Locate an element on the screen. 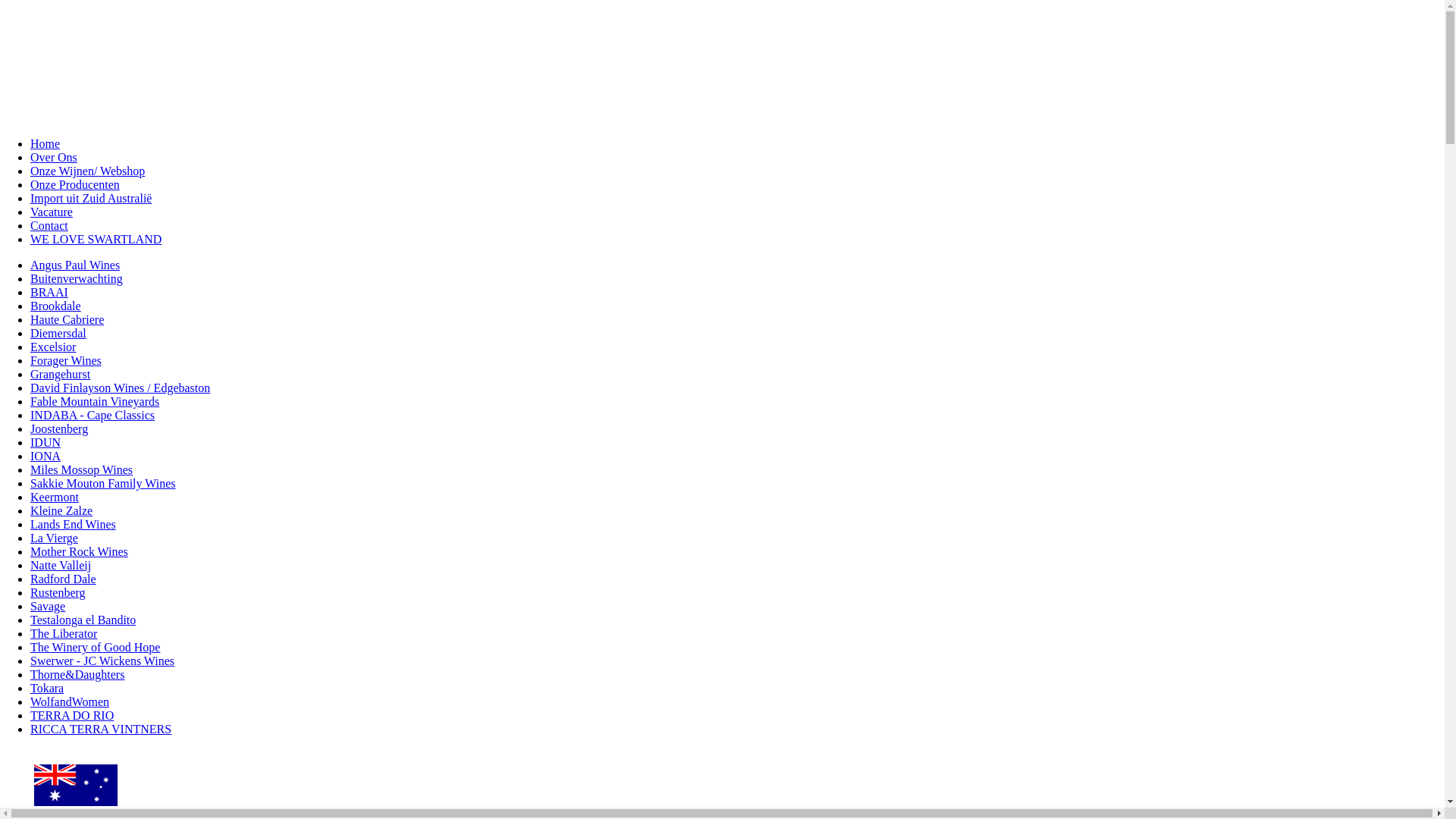  'WE LOVE SWARTLAND' is located at coordinates (95, 239).